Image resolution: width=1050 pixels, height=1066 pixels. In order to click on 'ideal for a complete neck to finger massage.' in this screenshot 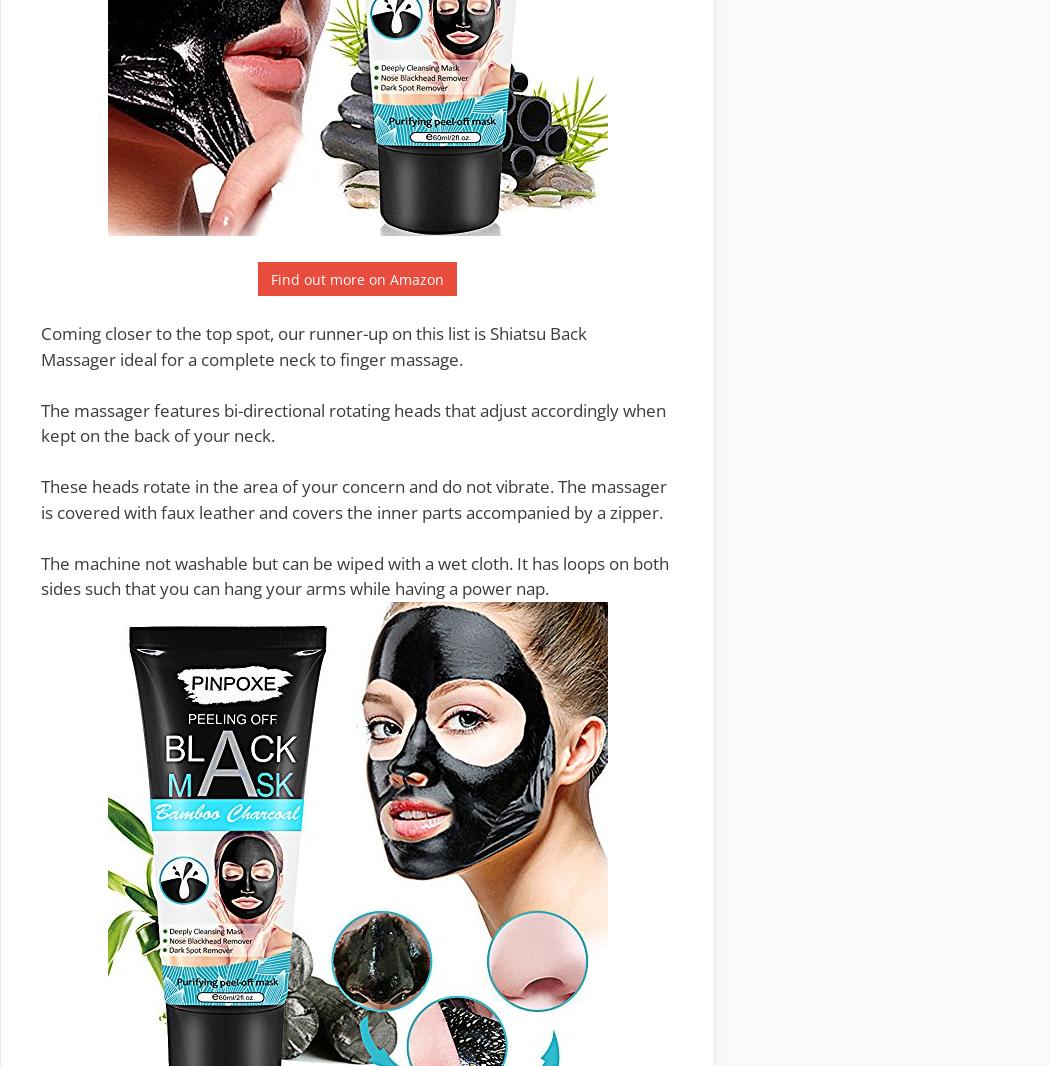, I will do `click(115, 358)`.